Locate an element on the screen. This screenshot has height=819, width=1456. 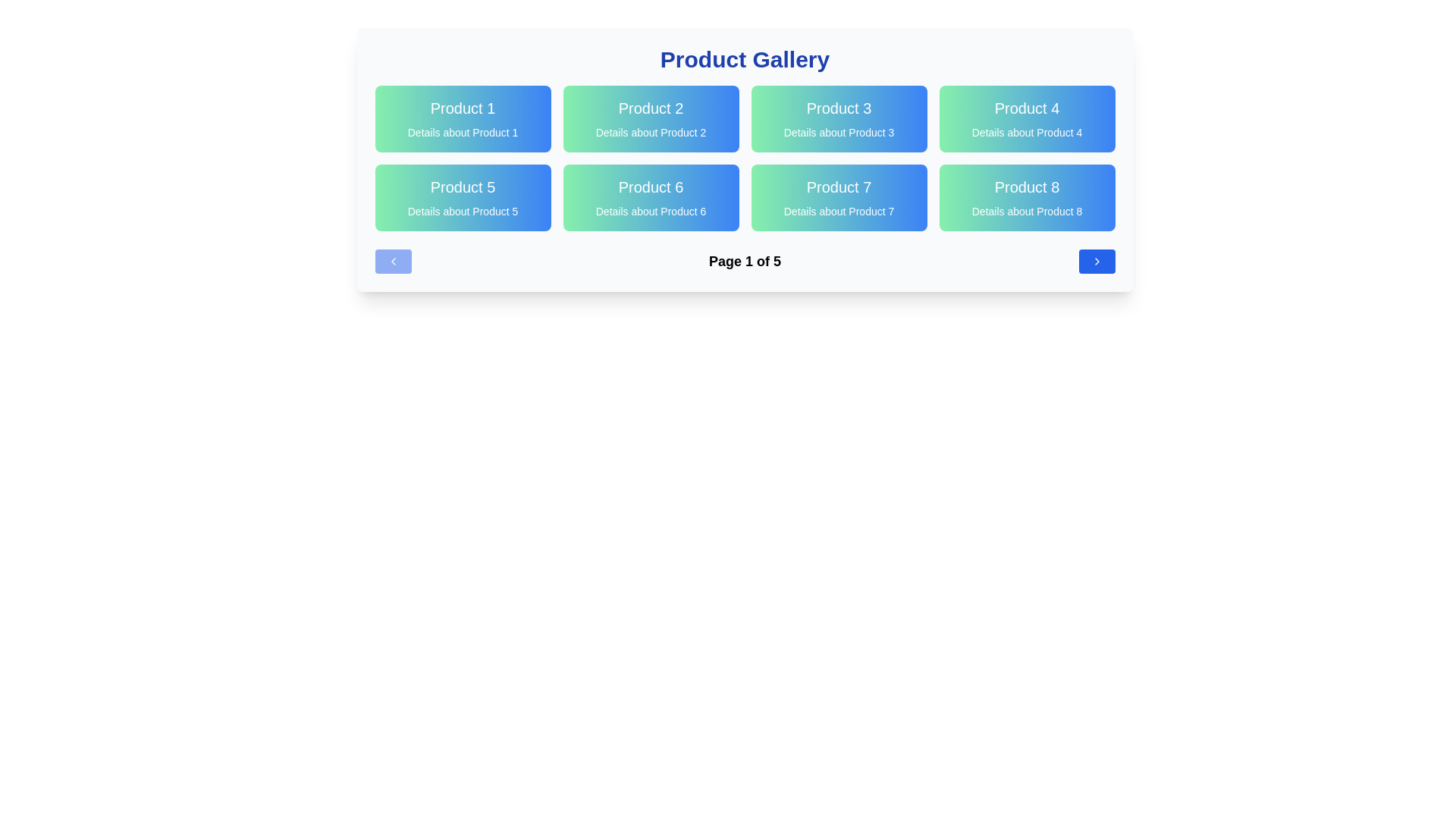
the text label displaying 'Product 7' which is located in the second row of the product grid, specifically the third card from the left, with a gradient background transitioning from green to blue is located at coordinates (838, 186).